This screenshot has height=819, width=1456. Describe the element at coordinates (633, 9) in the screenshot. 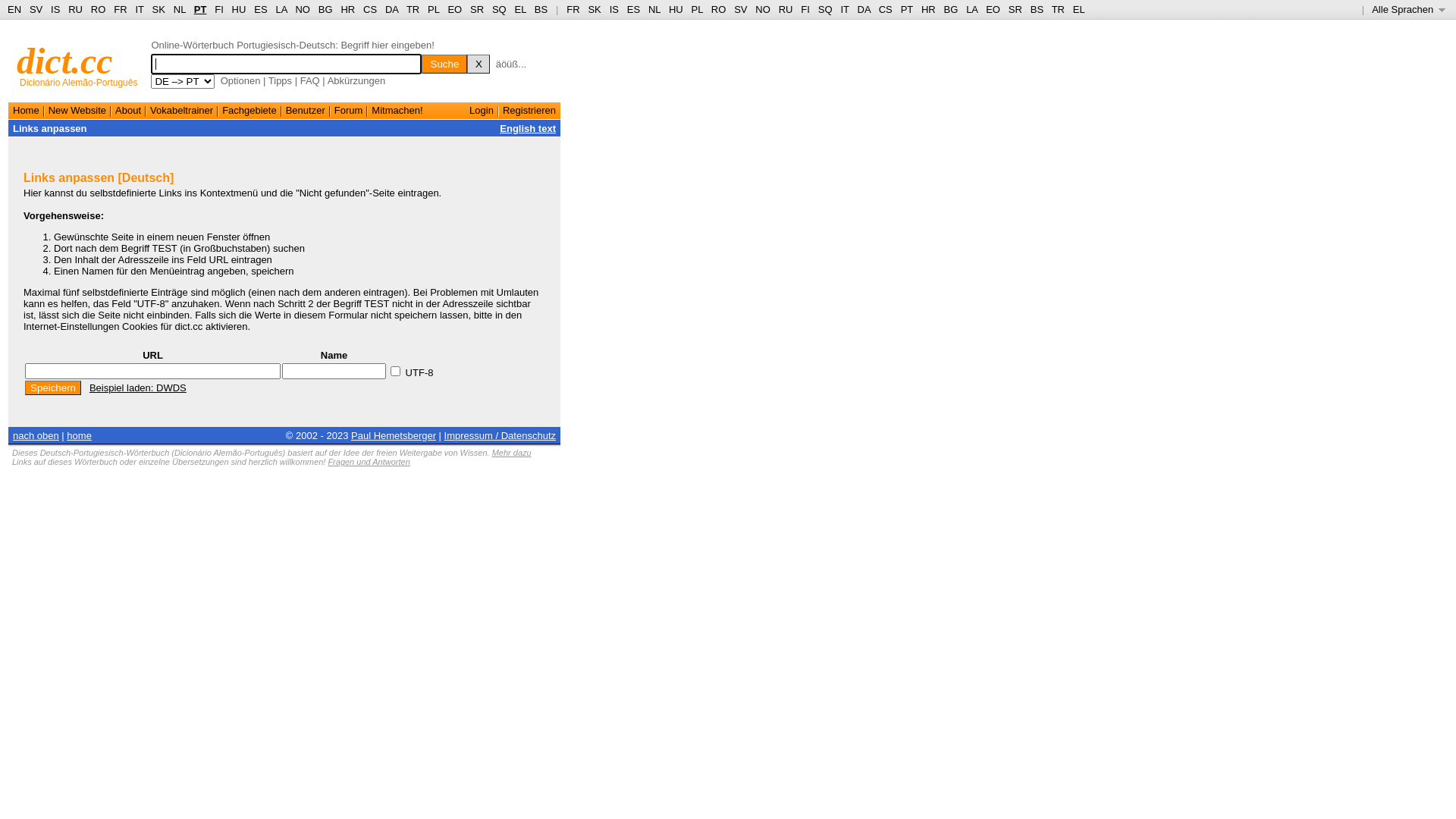

I see `'ES'` at that location.